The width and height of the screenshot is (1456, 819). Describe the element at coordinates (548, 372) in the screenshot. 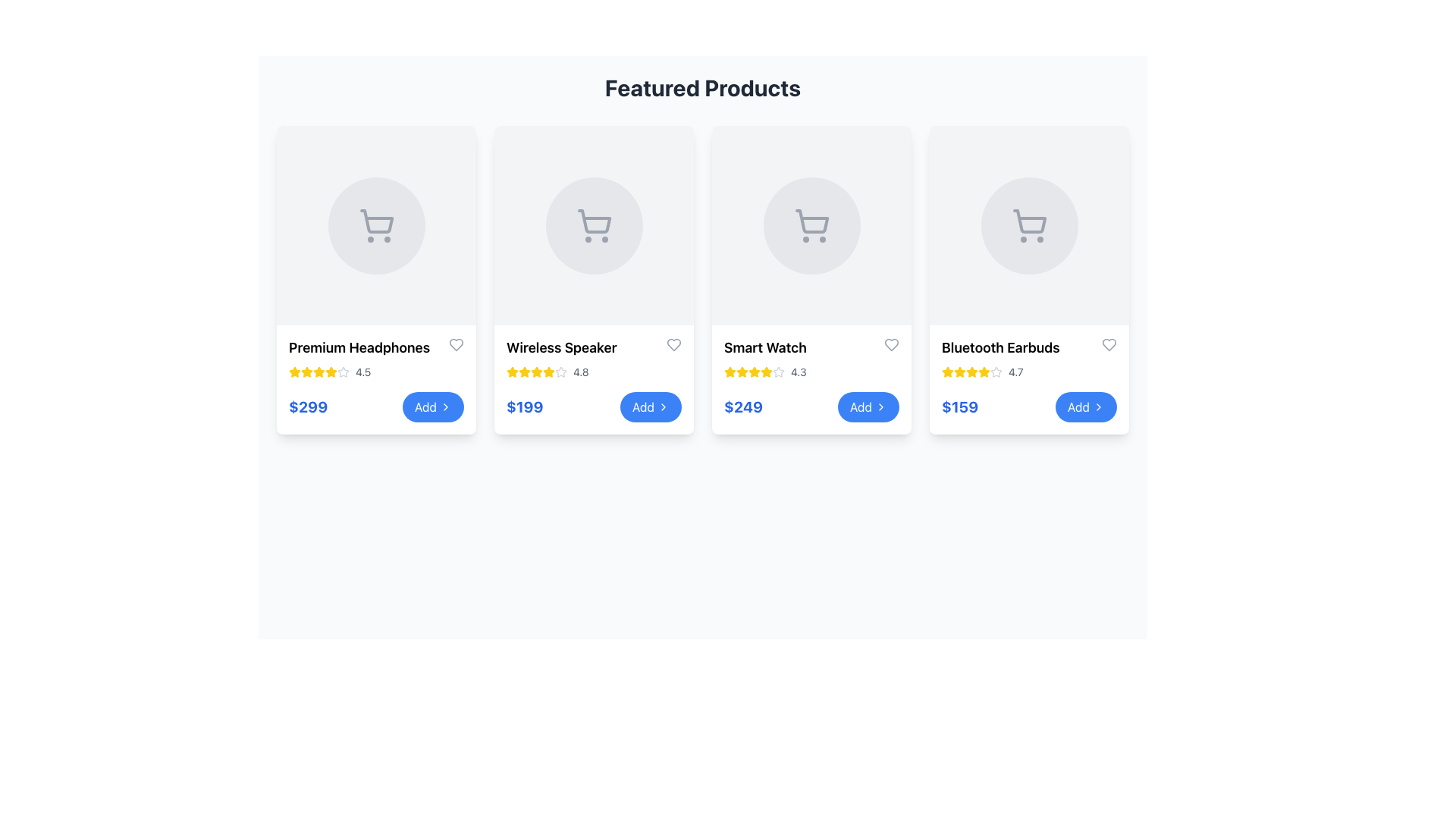

I see `the star icon representing the second rating in the product grid for the 'Wireless Speaker', which indicates a 4.8 rating` at that location.